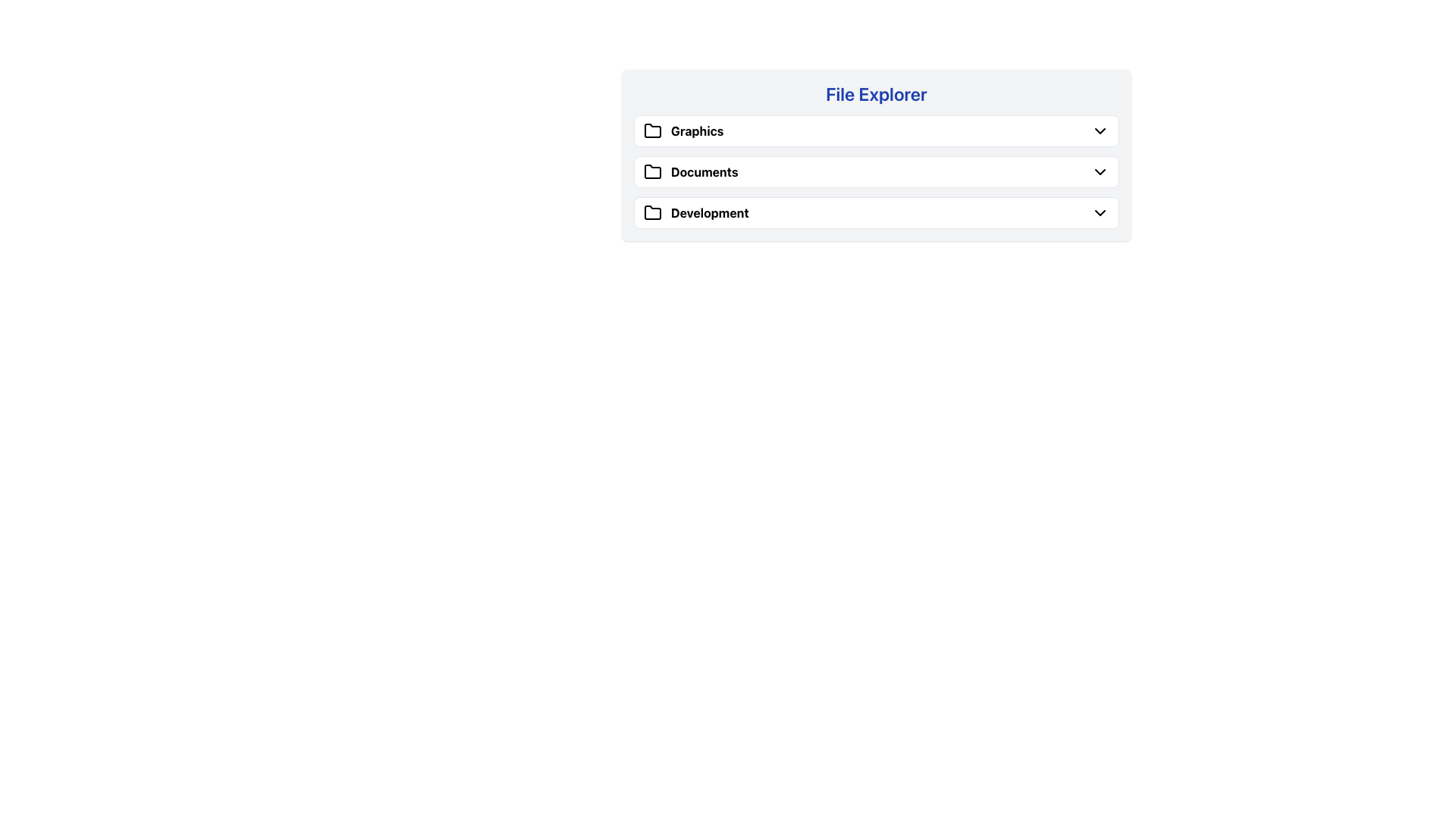 Image resolution: width=1456 pixels, height=819 pixels. What do you see at coordinates (652, 212) in the screenshot?
I see `the folder icon representing the 'Development' label` at bounding box center [652, 212].